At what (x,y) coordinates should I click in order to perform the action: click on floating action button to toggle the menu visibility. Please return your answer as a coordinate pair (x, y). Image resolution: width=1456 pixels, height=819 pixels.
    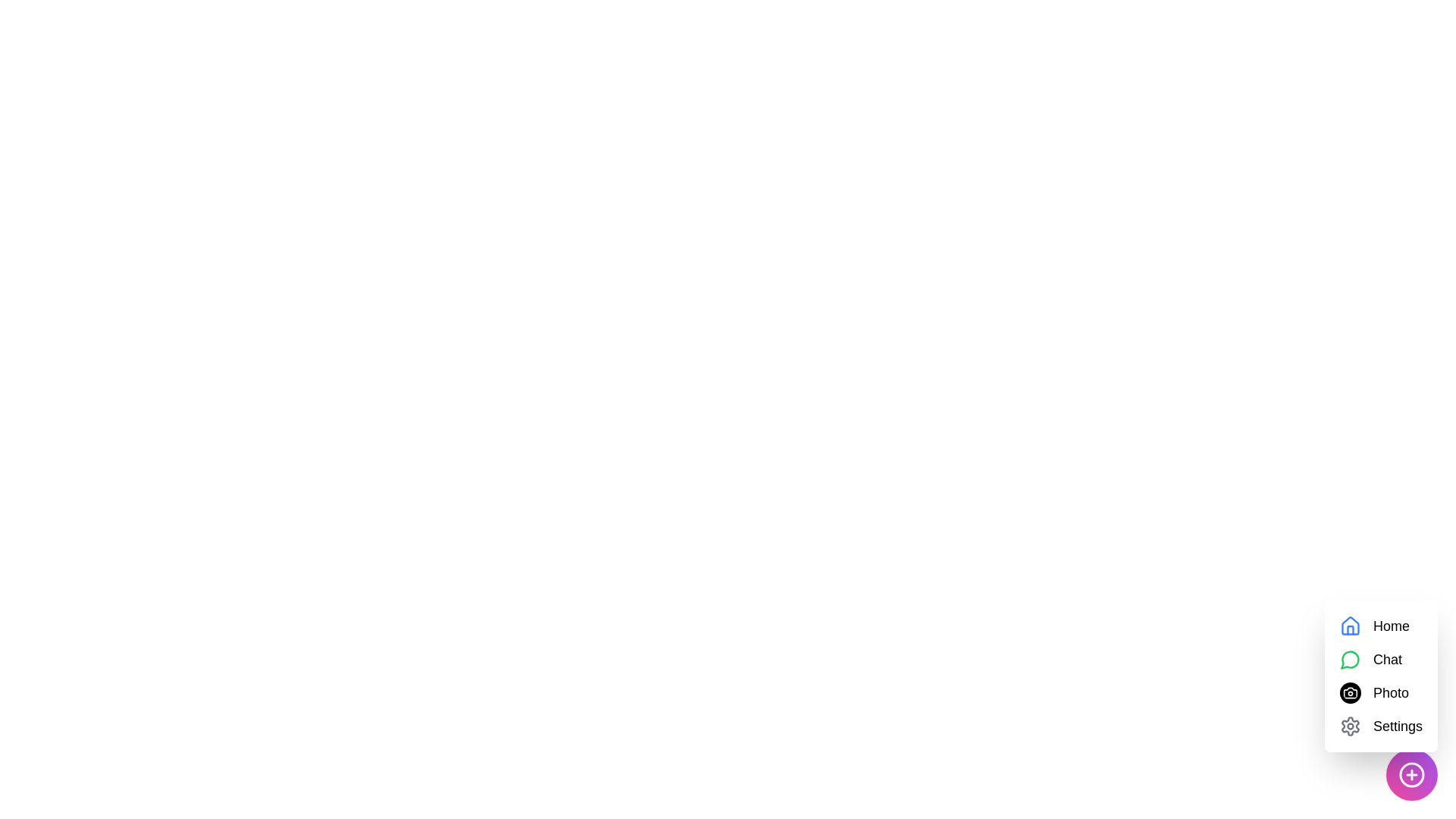
    Looking at the image, I should click on (1411, 775).